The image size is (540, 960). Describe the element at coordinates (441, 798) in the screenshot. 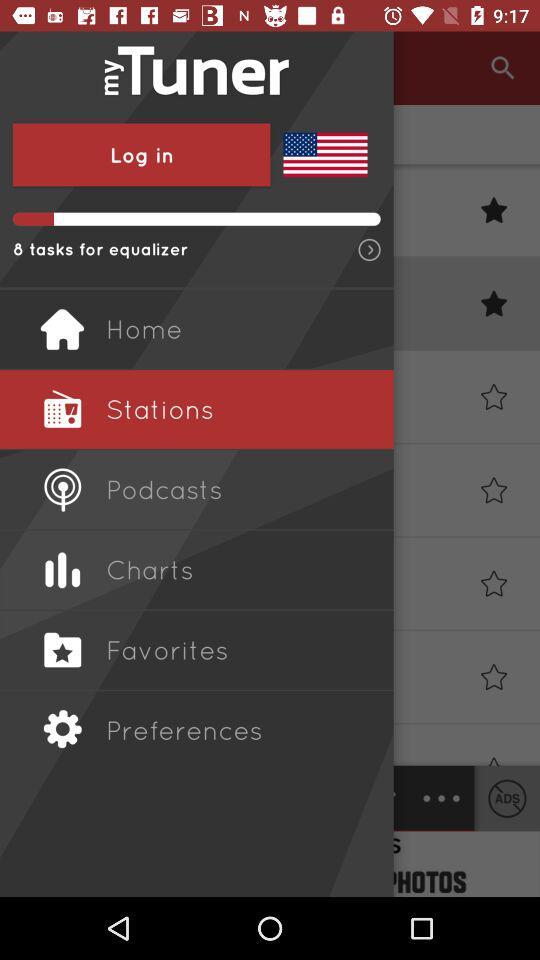

I see `the more icon` at that location.